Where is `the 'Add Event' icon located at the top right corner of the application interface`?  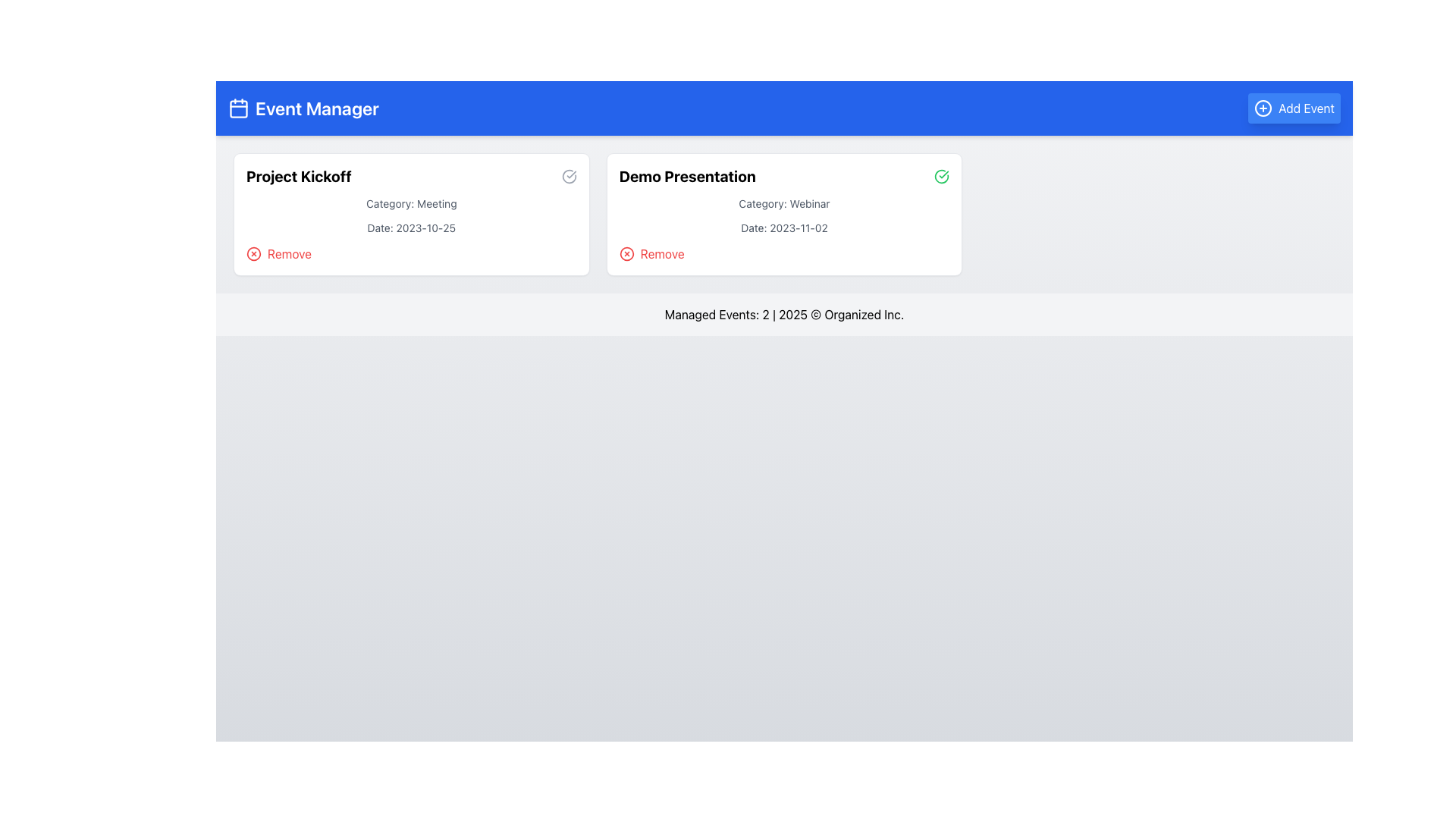 the 'Add Event' icon located at the top right corner of the application interface is located at coordinates (1263, 107).